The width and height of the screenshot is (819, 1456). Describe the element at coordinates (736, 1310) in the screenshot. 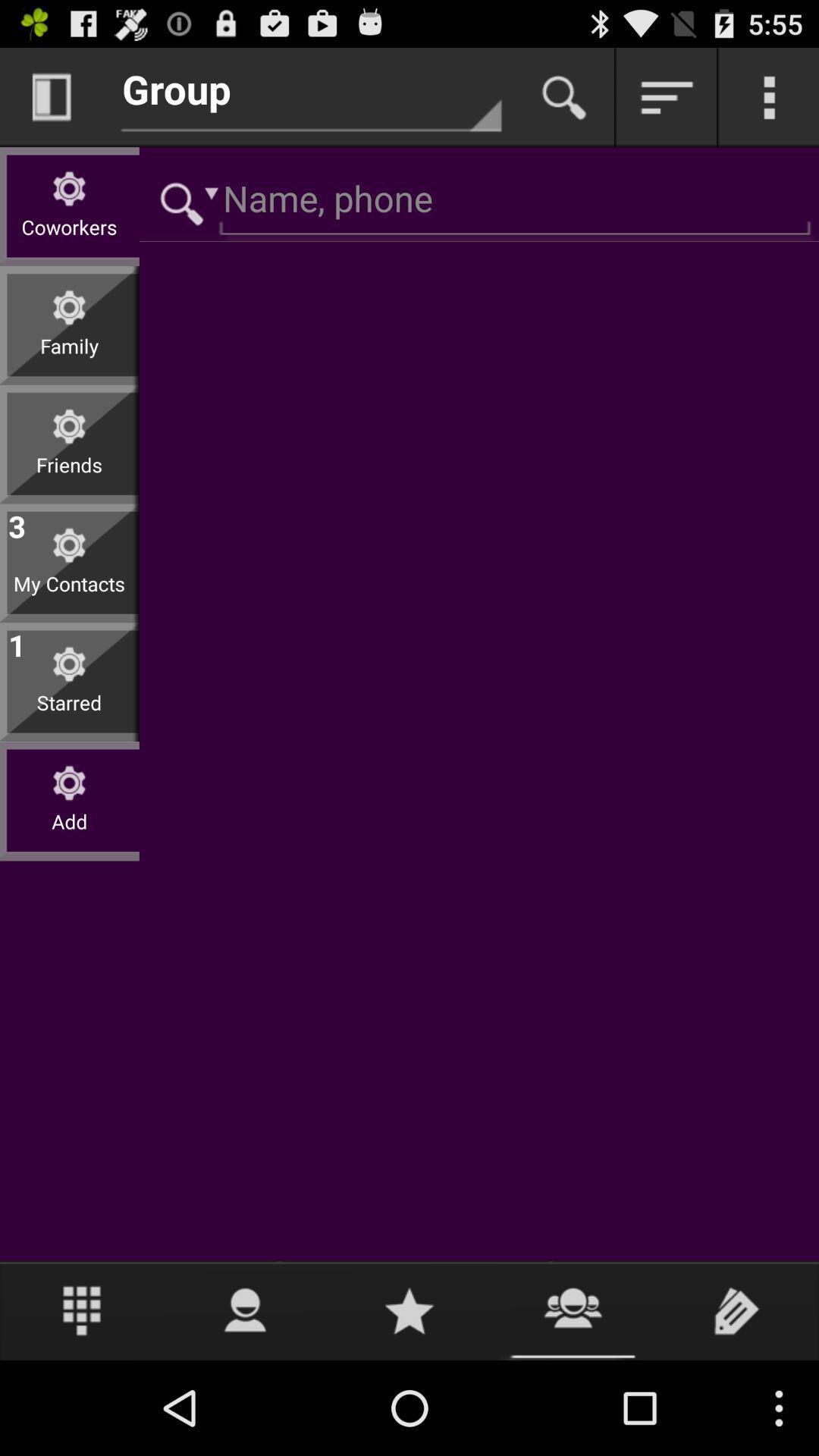

I see `write text` at that location.